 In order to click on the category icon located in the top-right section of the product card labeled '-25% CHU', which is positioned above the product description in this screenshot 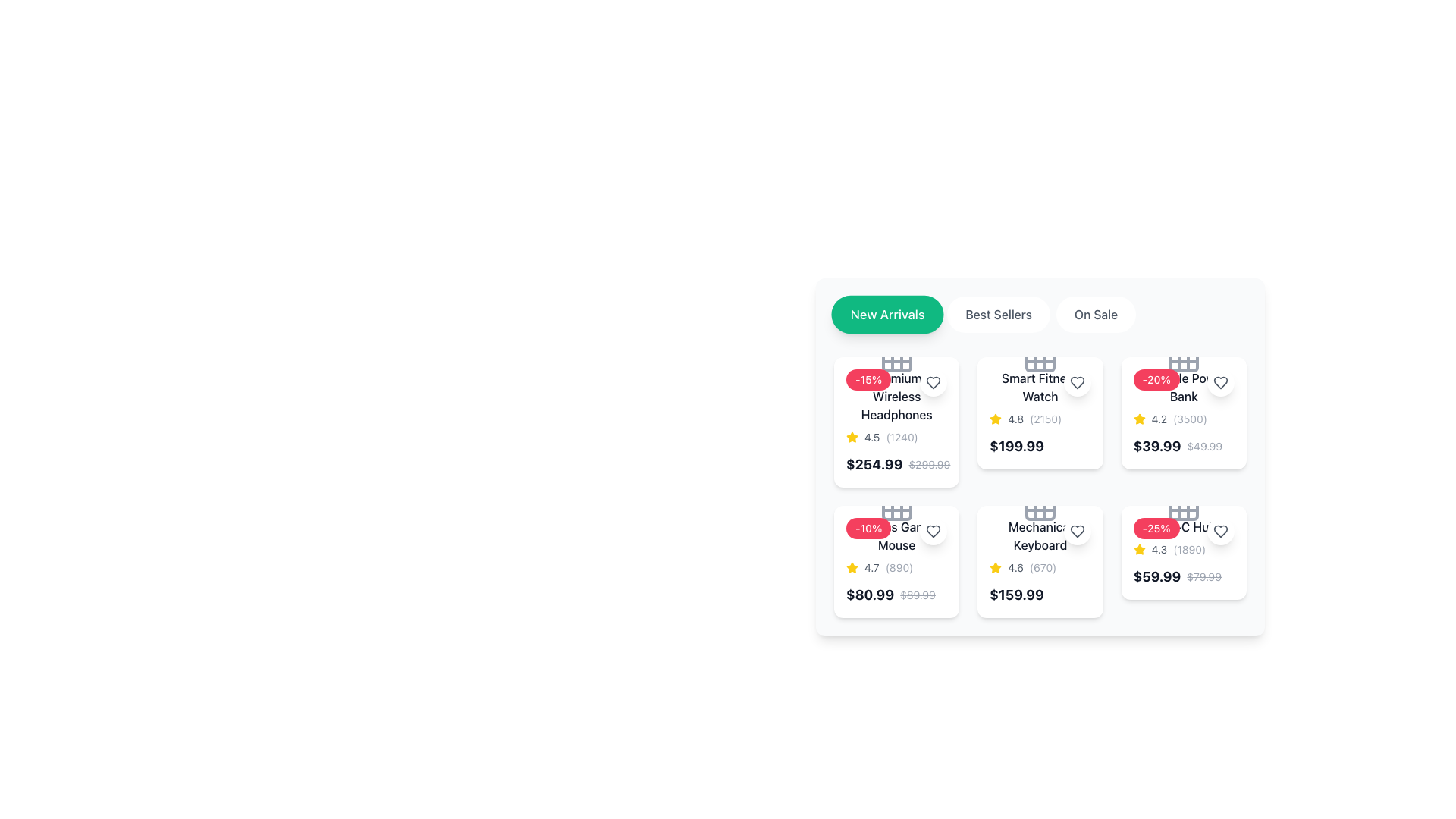, I will do `click(1183, 506)`.